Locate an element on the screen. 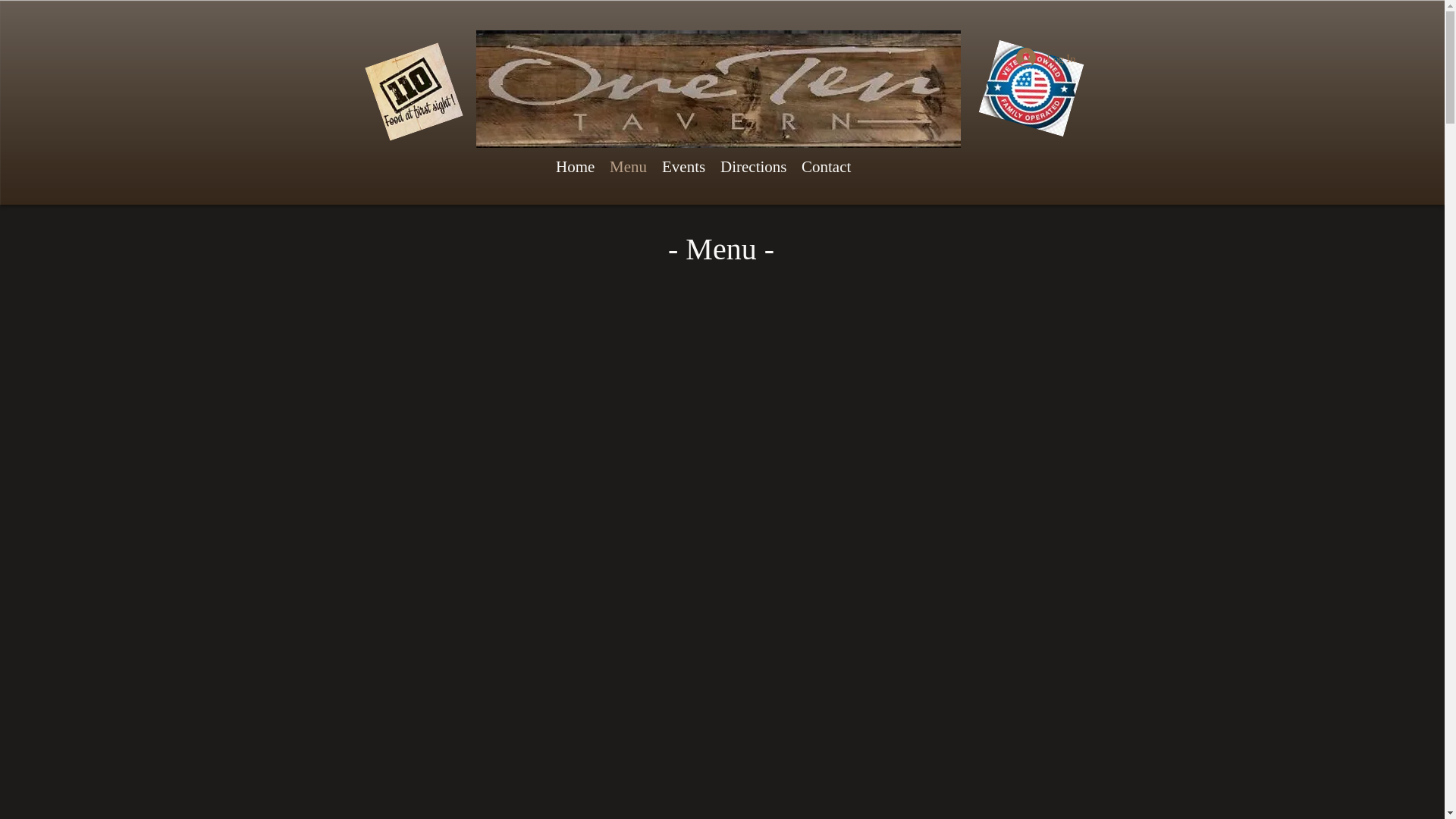 The width and height of the screenshot is (1456, 819). 'Events' is located at coordinates (654, 166).